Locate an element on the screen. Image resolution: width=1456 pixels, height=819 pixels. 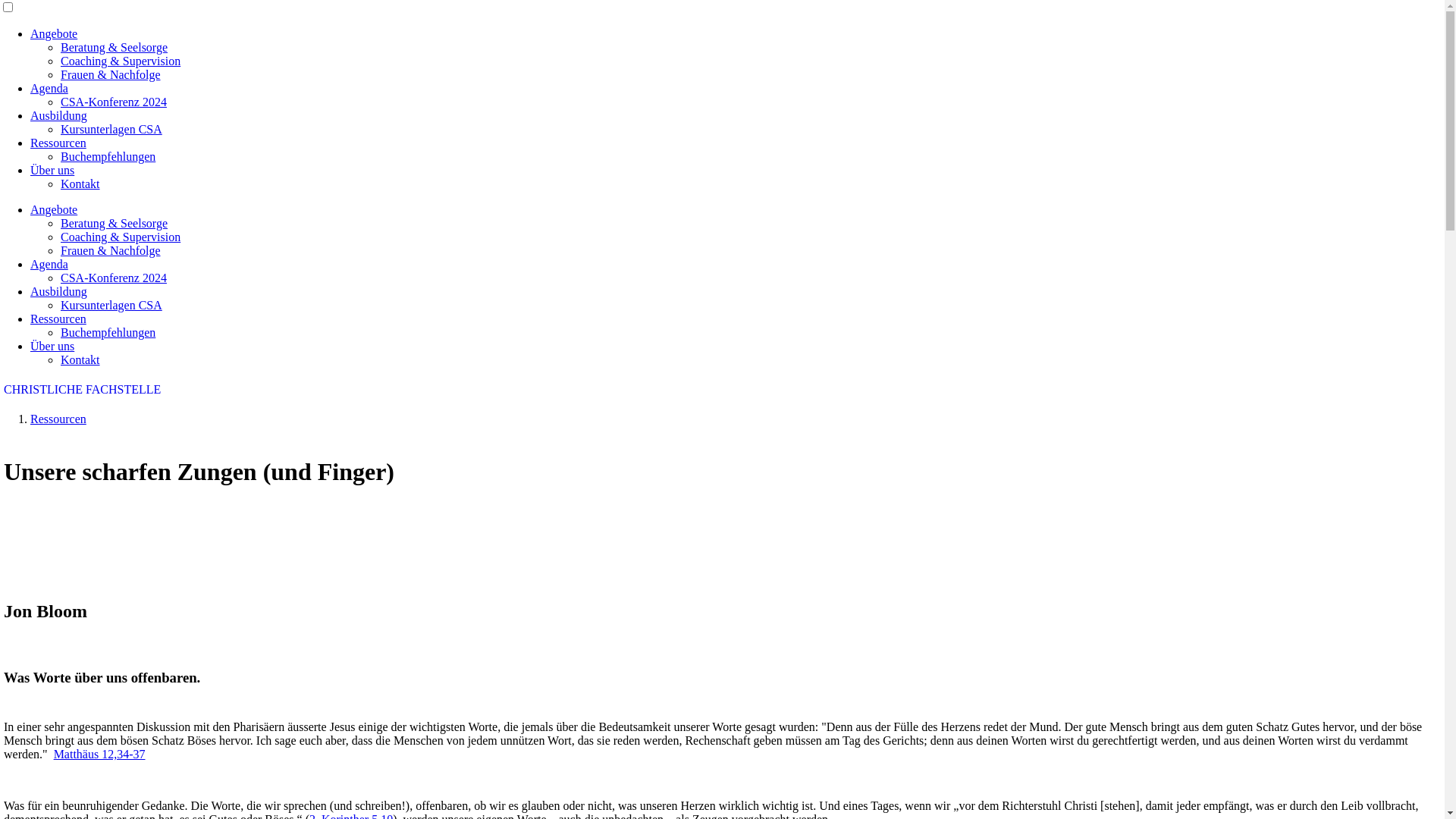
'Buchempfehlungen' is located at coordinates (107, 156).